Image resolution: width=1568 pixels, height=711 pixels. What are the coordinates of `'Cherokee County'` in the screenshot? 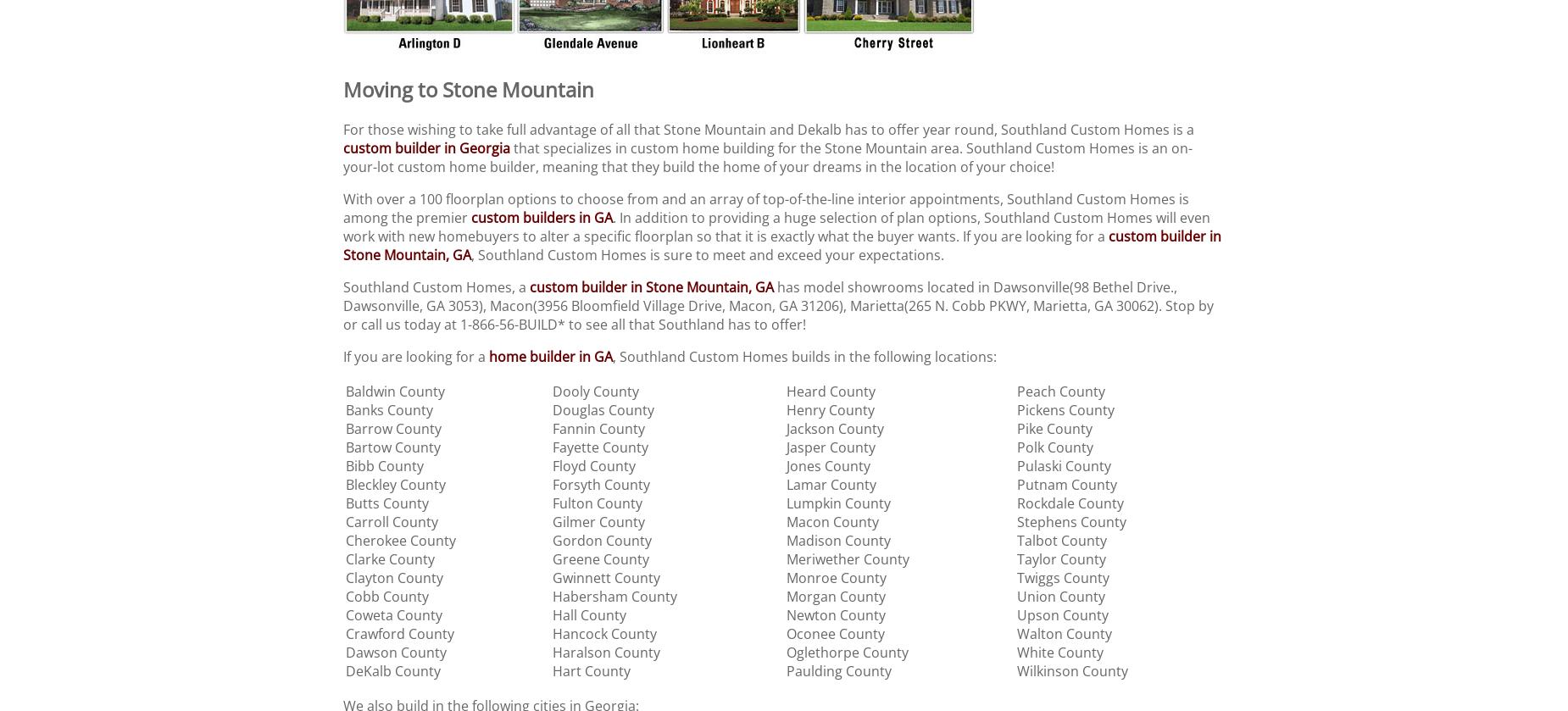 It's located at (401, 538).